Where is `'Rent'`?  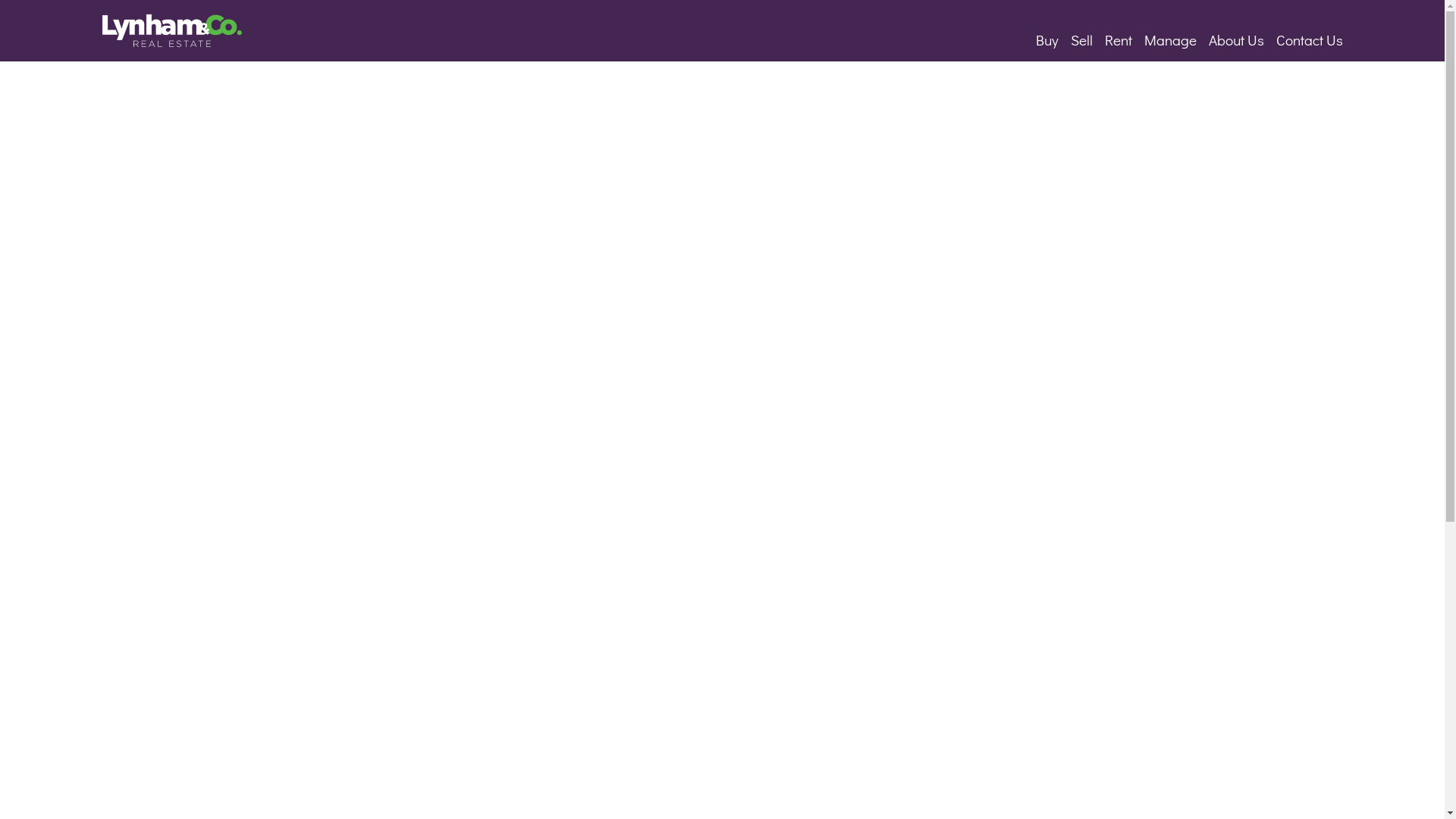 'Rent' is located at coordinates (1099, 39).